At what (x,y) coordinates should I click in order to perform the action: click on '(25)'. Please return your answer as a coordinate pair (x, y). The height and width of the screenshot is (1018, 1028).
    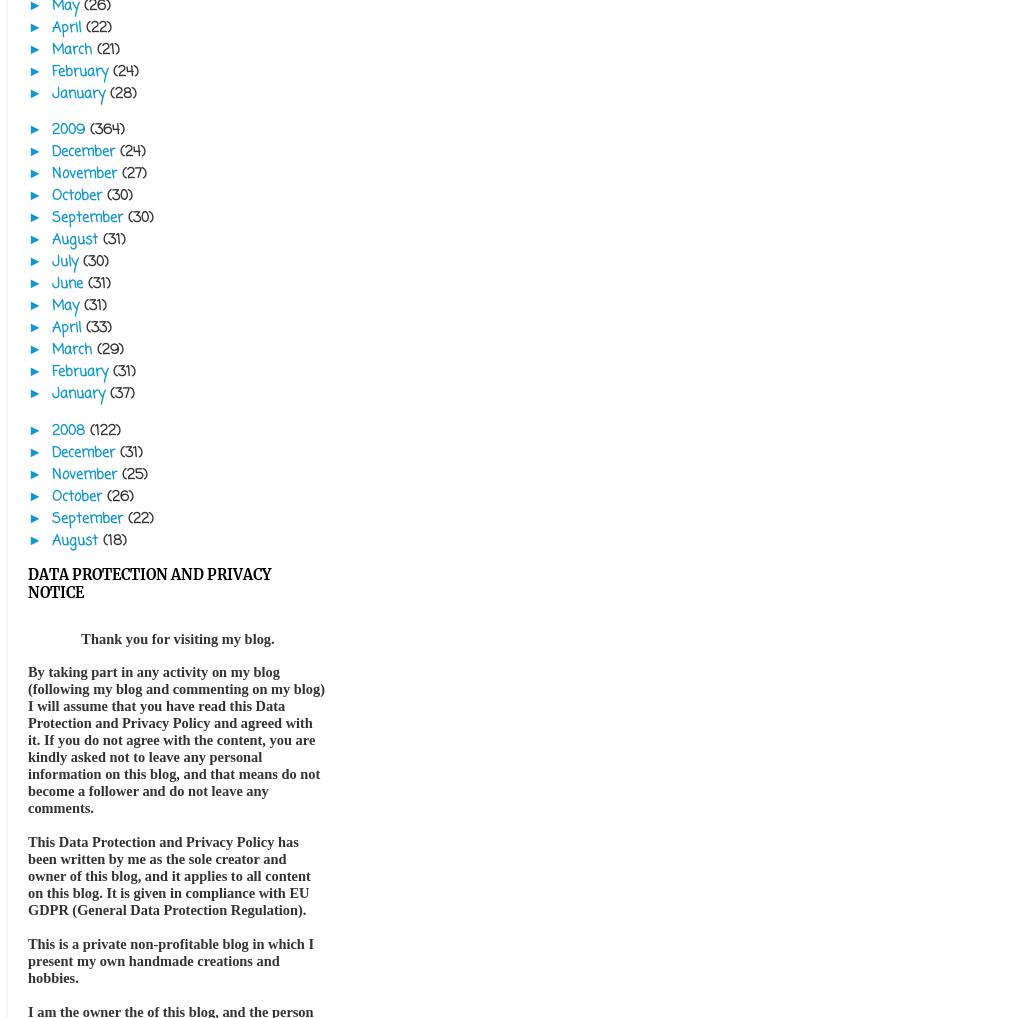
    Looking at the image, I should click on (134, 473).